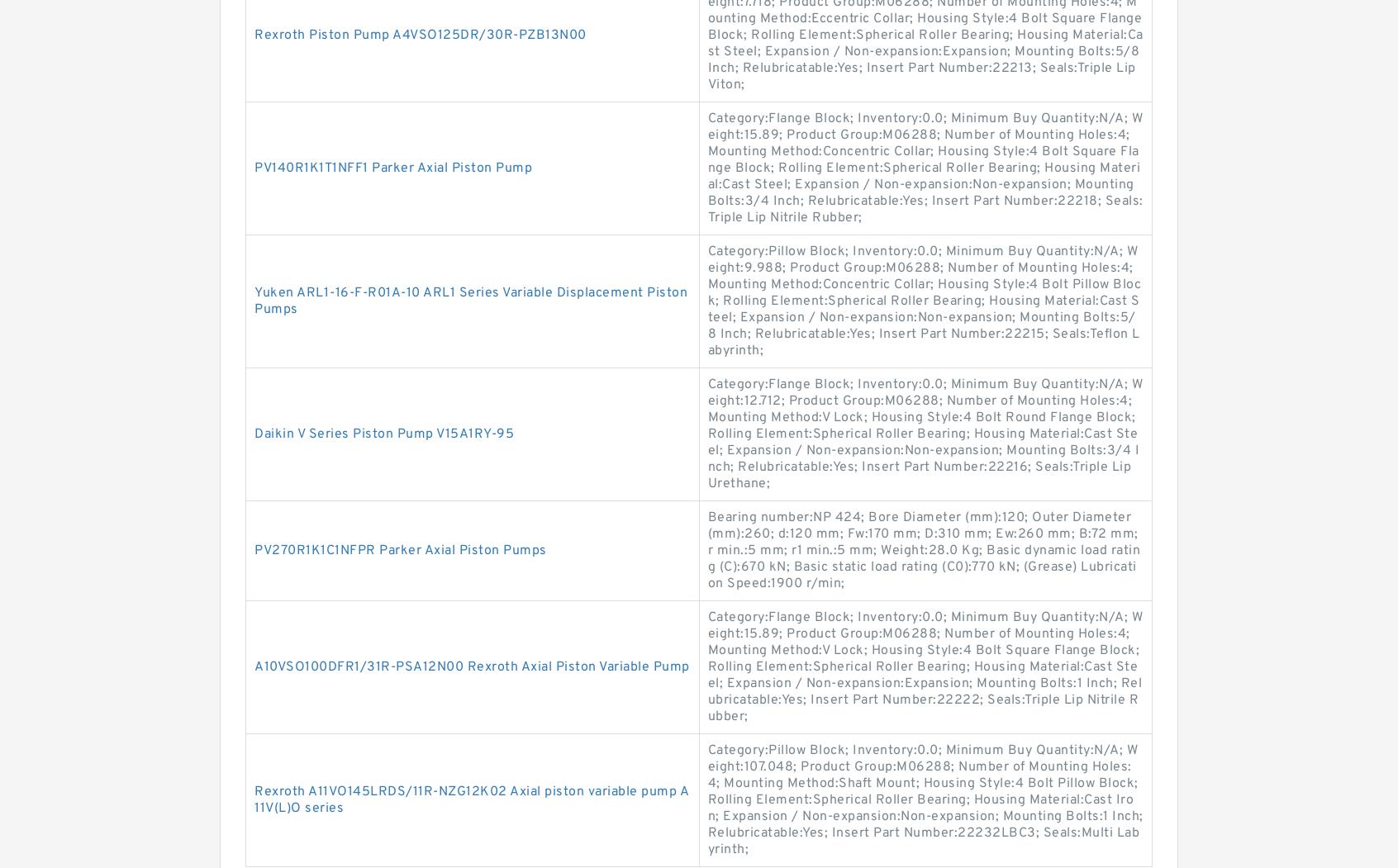 This screenshot has height=868, width=1398. I want to click on 'Category:Pillow Block; Inventory:0.0; Minimum Buy Quantity:N/A; Weight:107.048; Product Group:M06288; Number of Mounting Holes:4; Mounting Method:Shaft Mount; Housing Style:4 Bolt Pillow Block; Rolling Element:Spherical Roller Bearing; Housing Material:Cast Iron; Expansion / Non-expansion:Non-expansion; Mounting Bolts:1 Inch; Relubricatable:Yes; Insert Part Number:22232LBC3; Seals:Multi Labyrinth;', so click(706, 799).